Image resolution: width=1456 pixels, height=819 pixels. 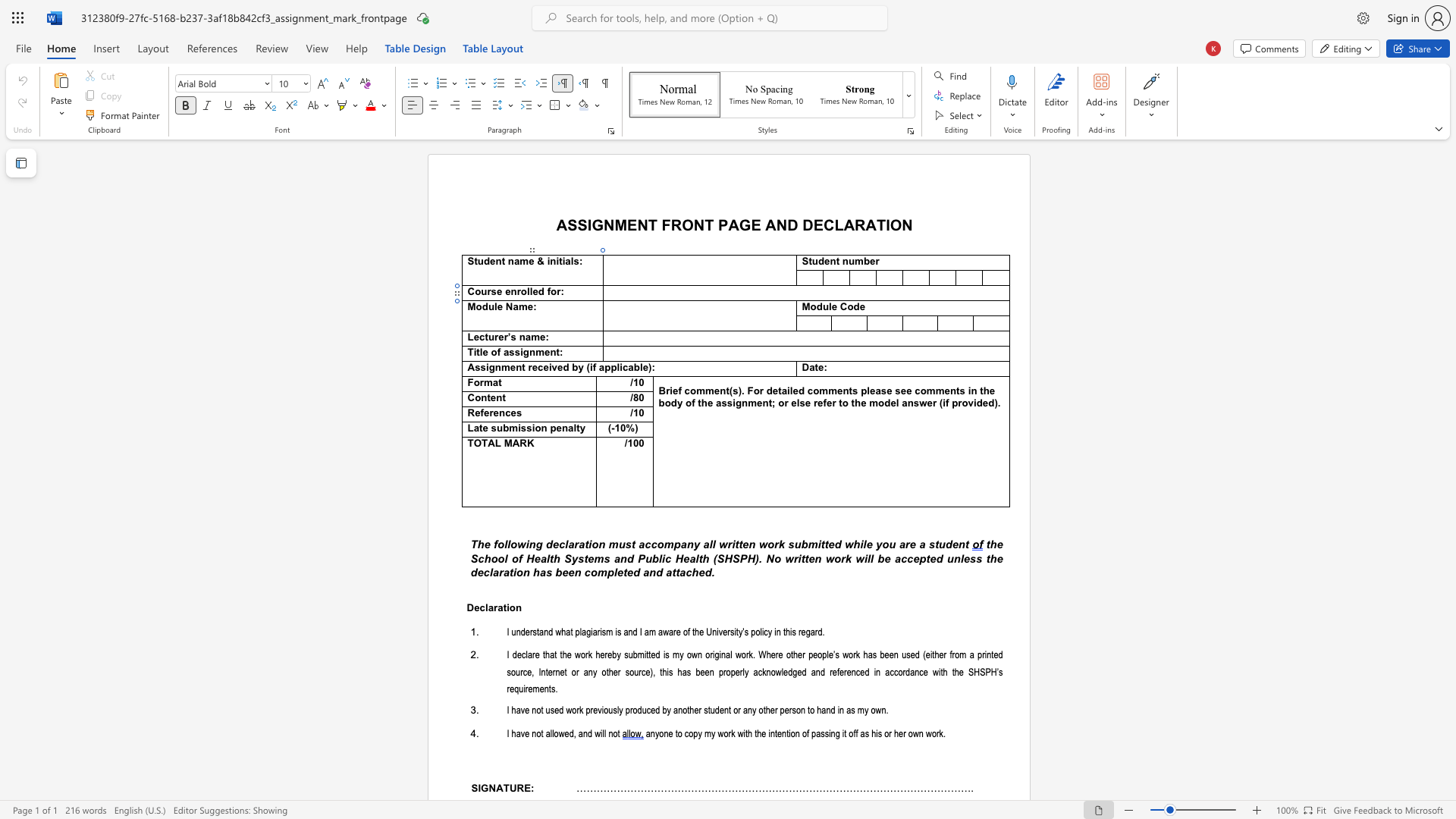 What do you see at coordinates (623, 368) in the screenshot?
I see `the space between the continuous character "i" and "c" in the text` at bounding box center [623, 368].